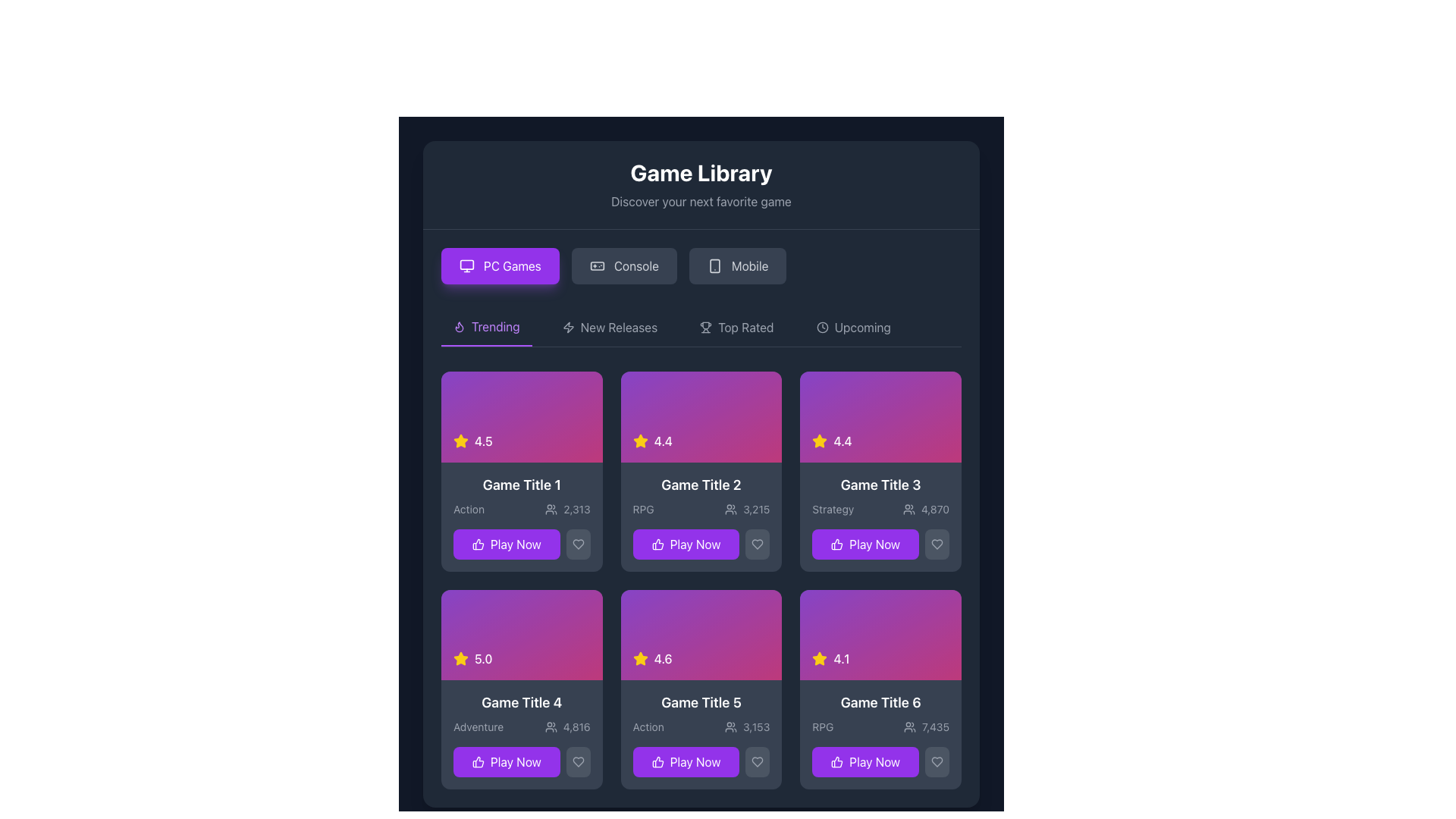  I want to click on the 'Mobile' text label displayed in gray within the horizontal navigation bar, so click(750, 265).